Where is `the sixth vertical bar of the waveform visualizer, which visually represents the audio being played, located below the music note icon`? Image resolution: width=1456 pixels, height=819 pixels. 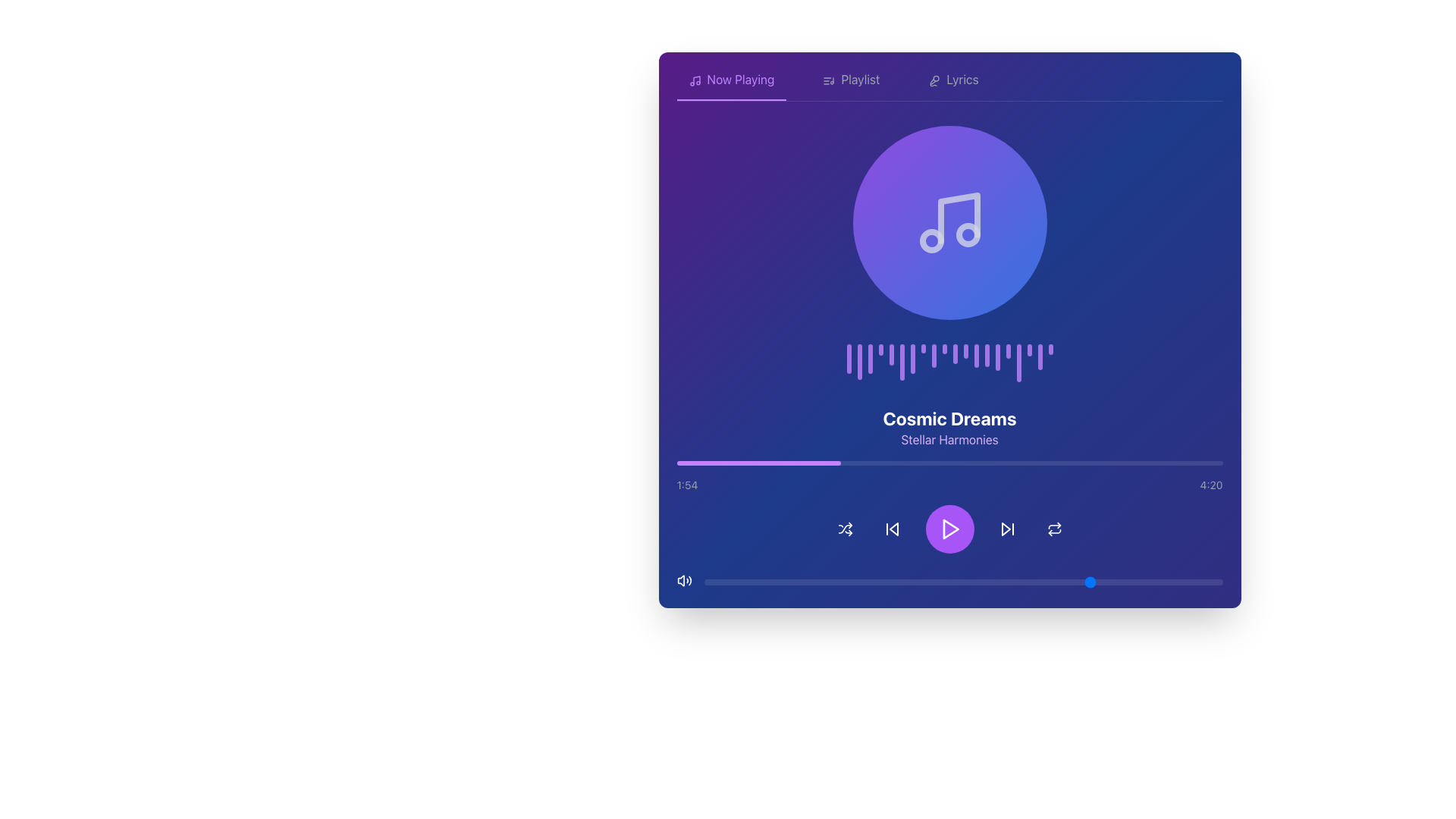
the sixth vertical bar of the waveform visualizer, which visually represents the audio being played, located below the music note icon is located at coordinates (902, 362).